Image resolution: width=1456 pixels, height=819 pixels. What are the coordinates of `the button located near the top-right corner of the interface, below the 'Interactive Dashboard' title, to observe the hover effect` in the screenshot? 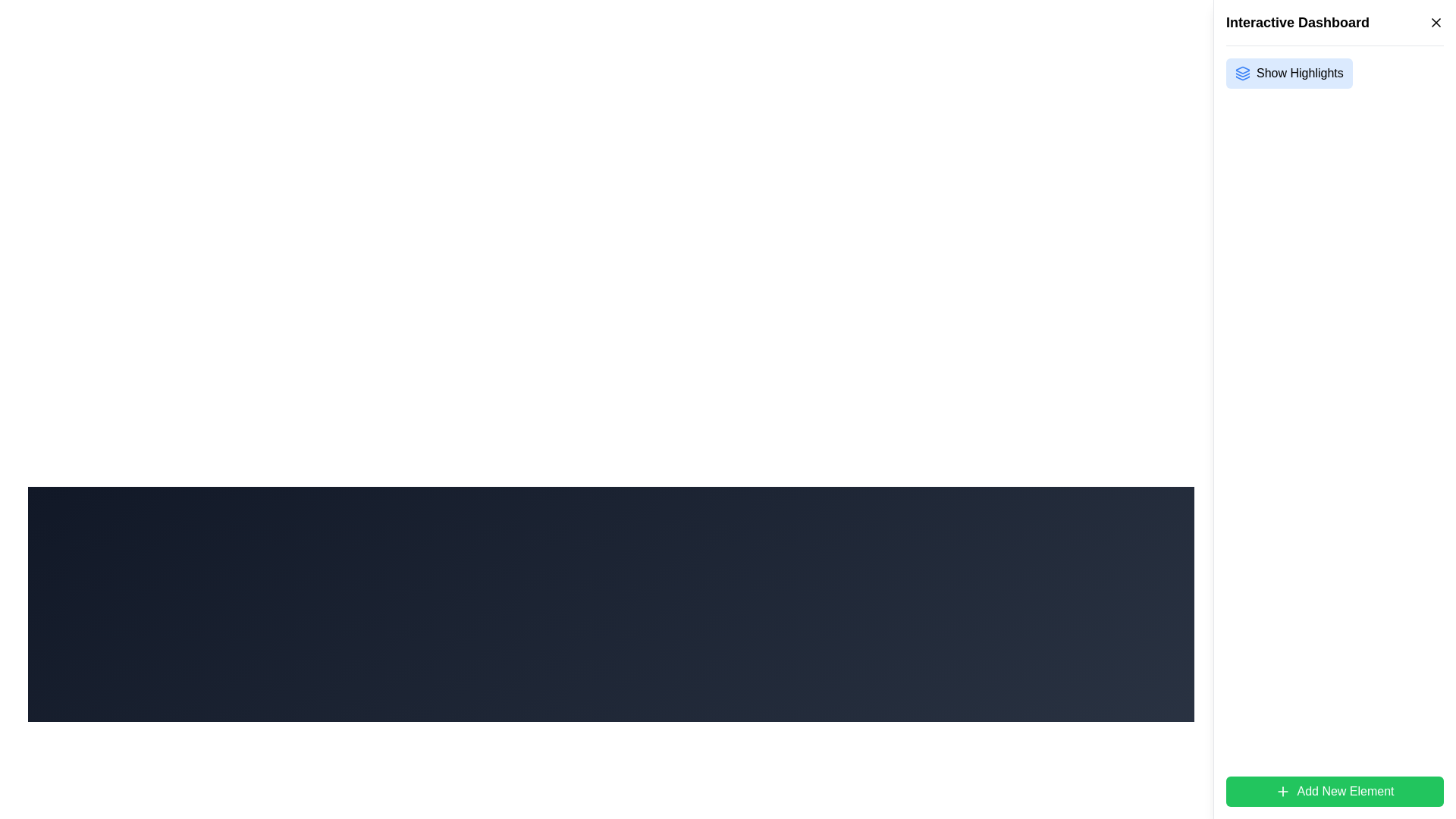 It's located at (1288, 73).